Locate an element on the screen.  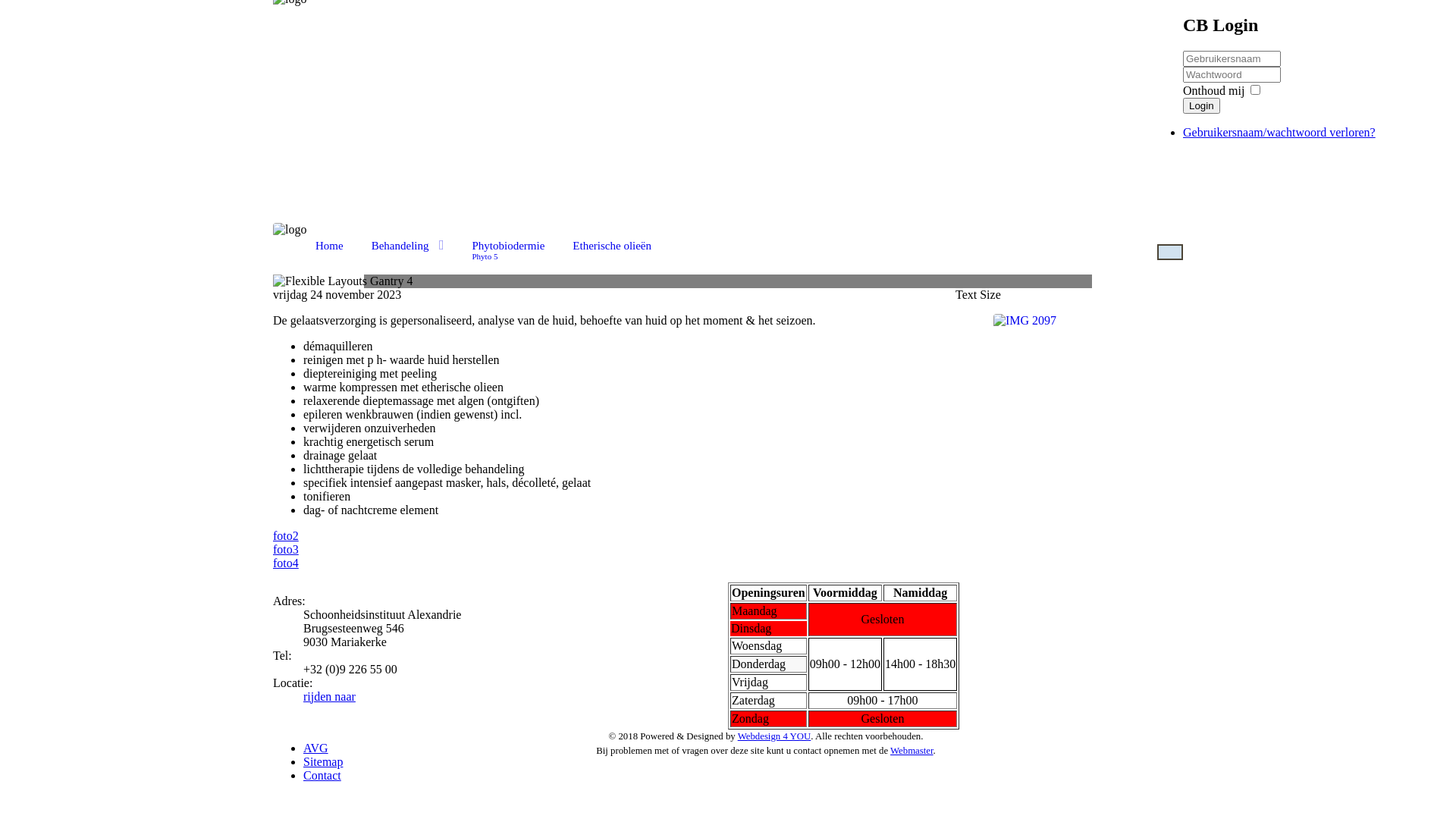
'Login' is located at coordinates (1200, 105).